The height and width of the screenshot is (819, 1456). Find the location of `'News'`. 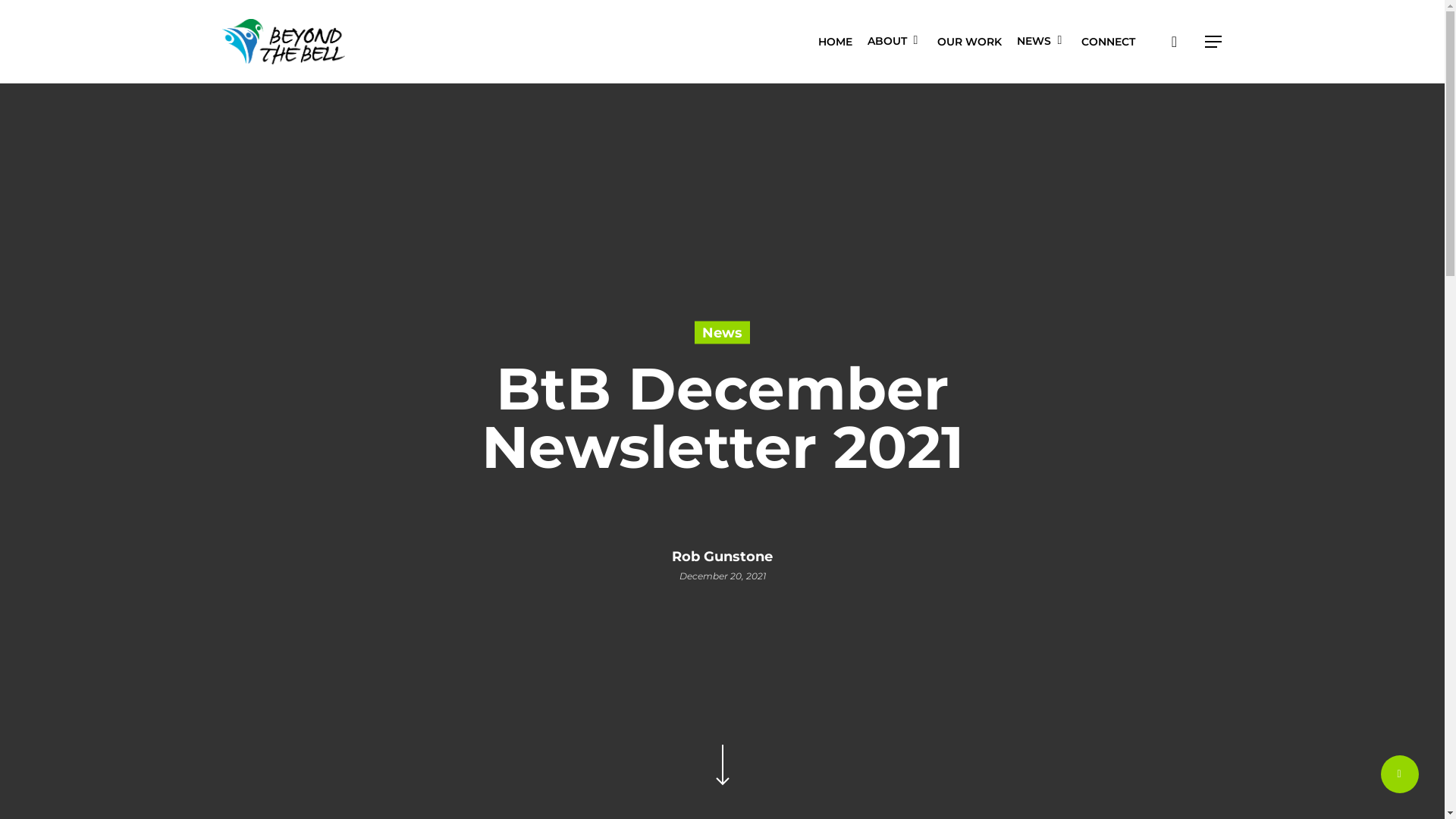

'News' is located at coordinates (721, 331).